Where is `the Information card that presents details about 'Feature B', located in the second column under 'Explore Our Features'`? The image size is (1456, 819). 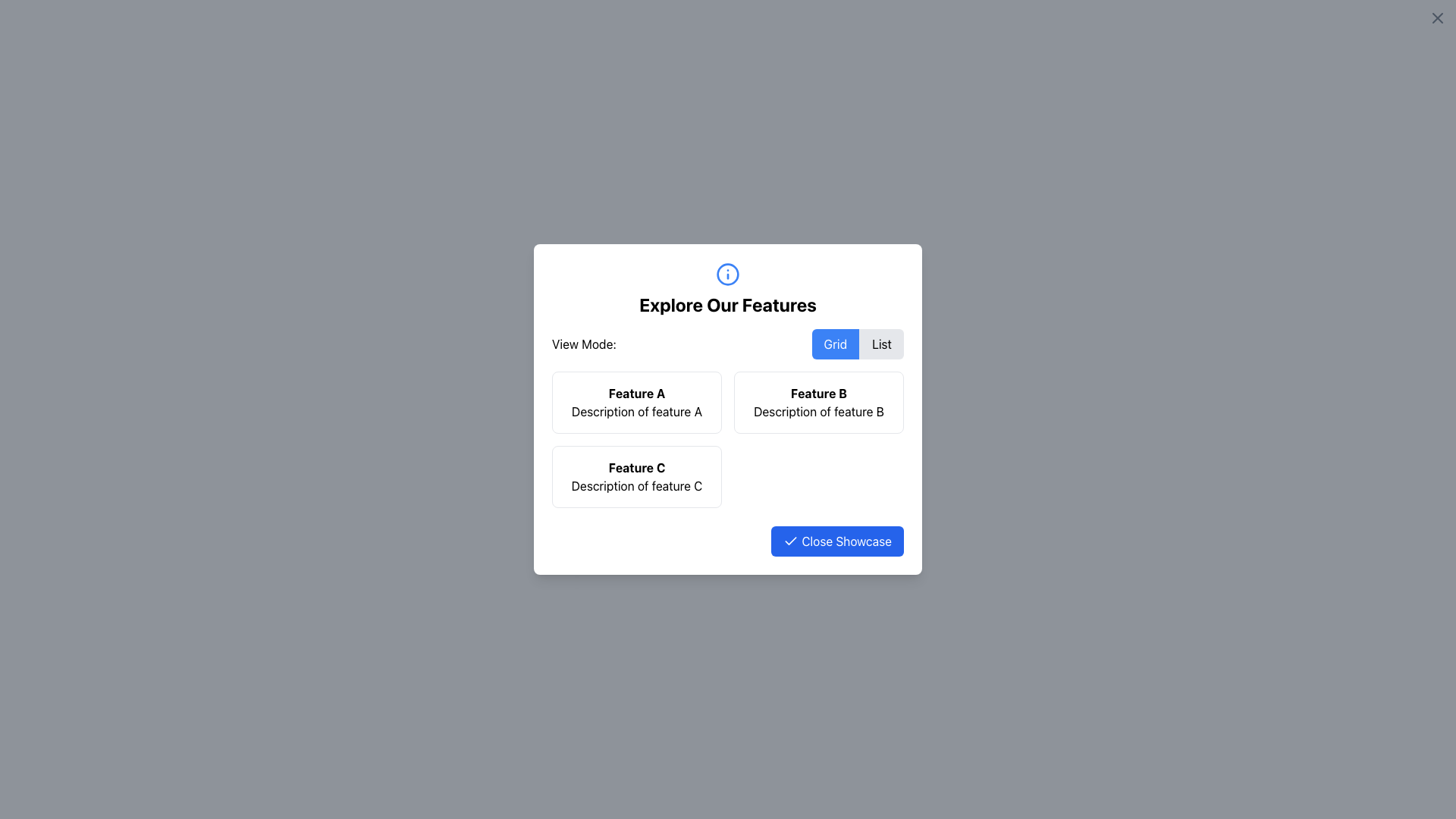 the Information card that presents details about 'Feature B', located in the second column under 'Explore Our Features' is located at coordinates (818, 402).